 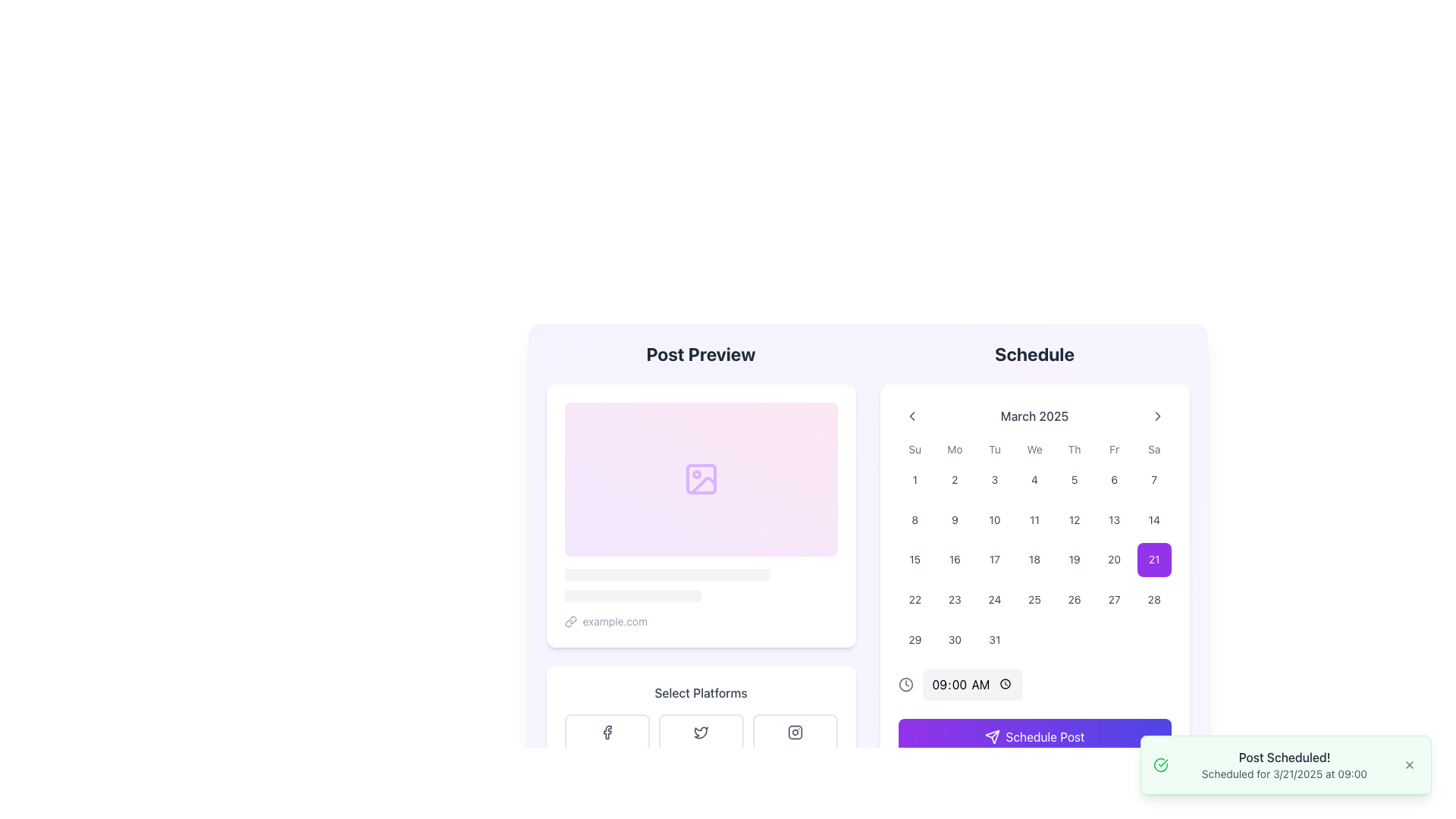 I want to click on the Interactive button displaying the Twitter bird logo, so click(x=700, y=731).